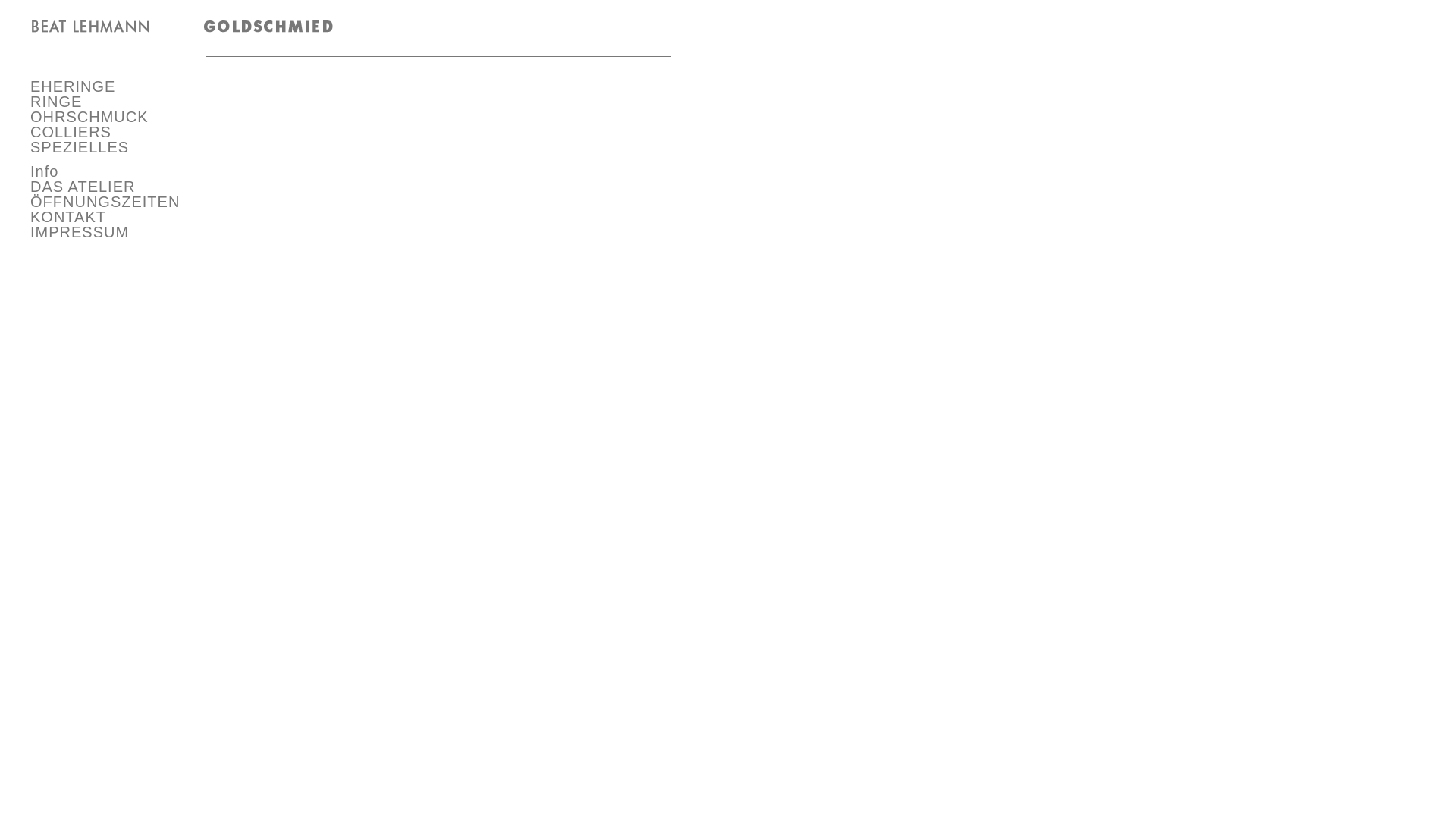  I want to click on 'EHERINGE', so click(72, 86).